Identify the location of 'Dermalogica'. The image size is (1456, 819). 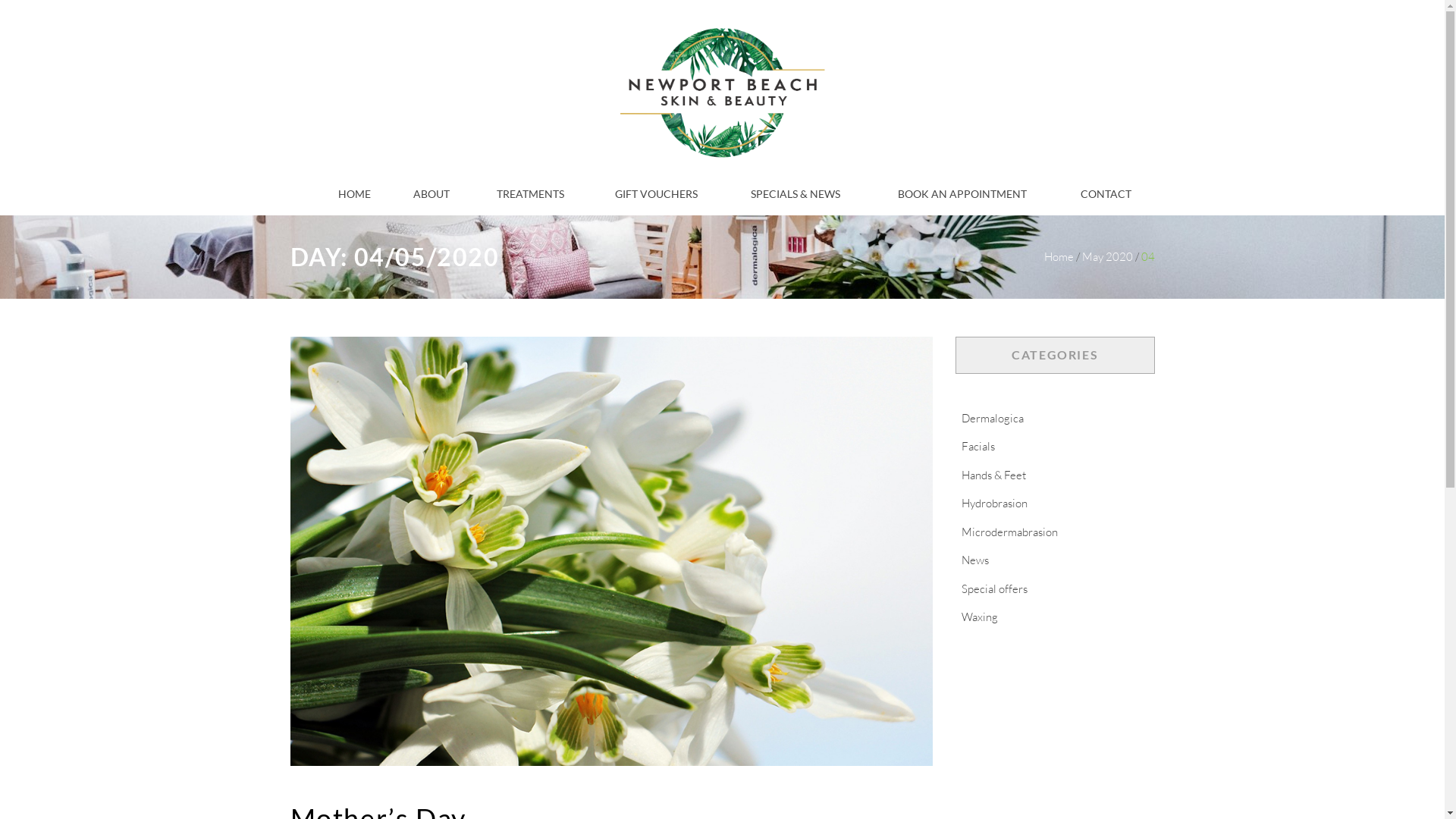
(993, 418).